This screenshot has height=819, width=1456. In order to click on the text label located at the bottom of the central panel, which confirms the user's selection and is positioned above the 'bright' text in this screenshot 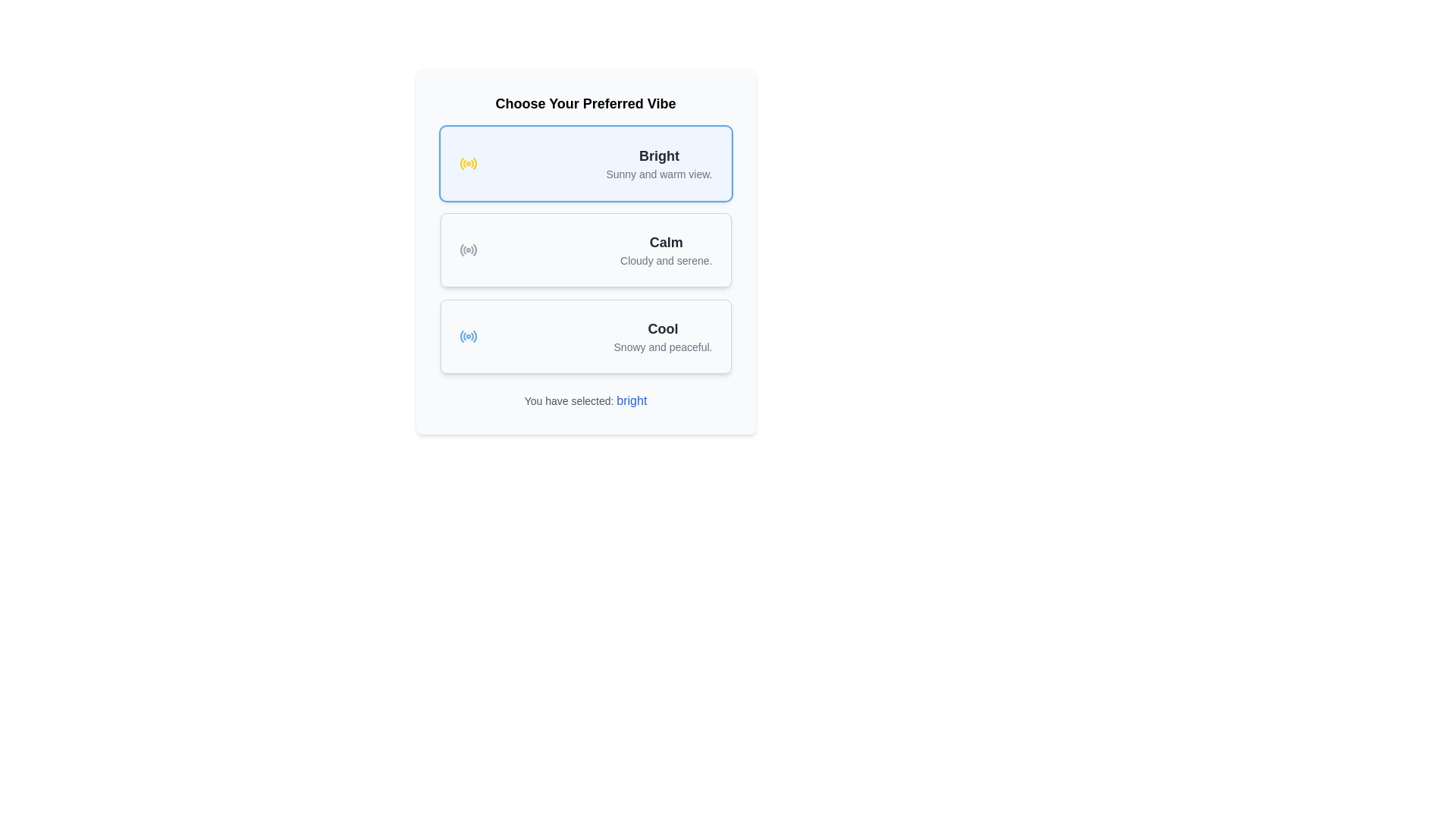, I will do `click(570, 400)`.